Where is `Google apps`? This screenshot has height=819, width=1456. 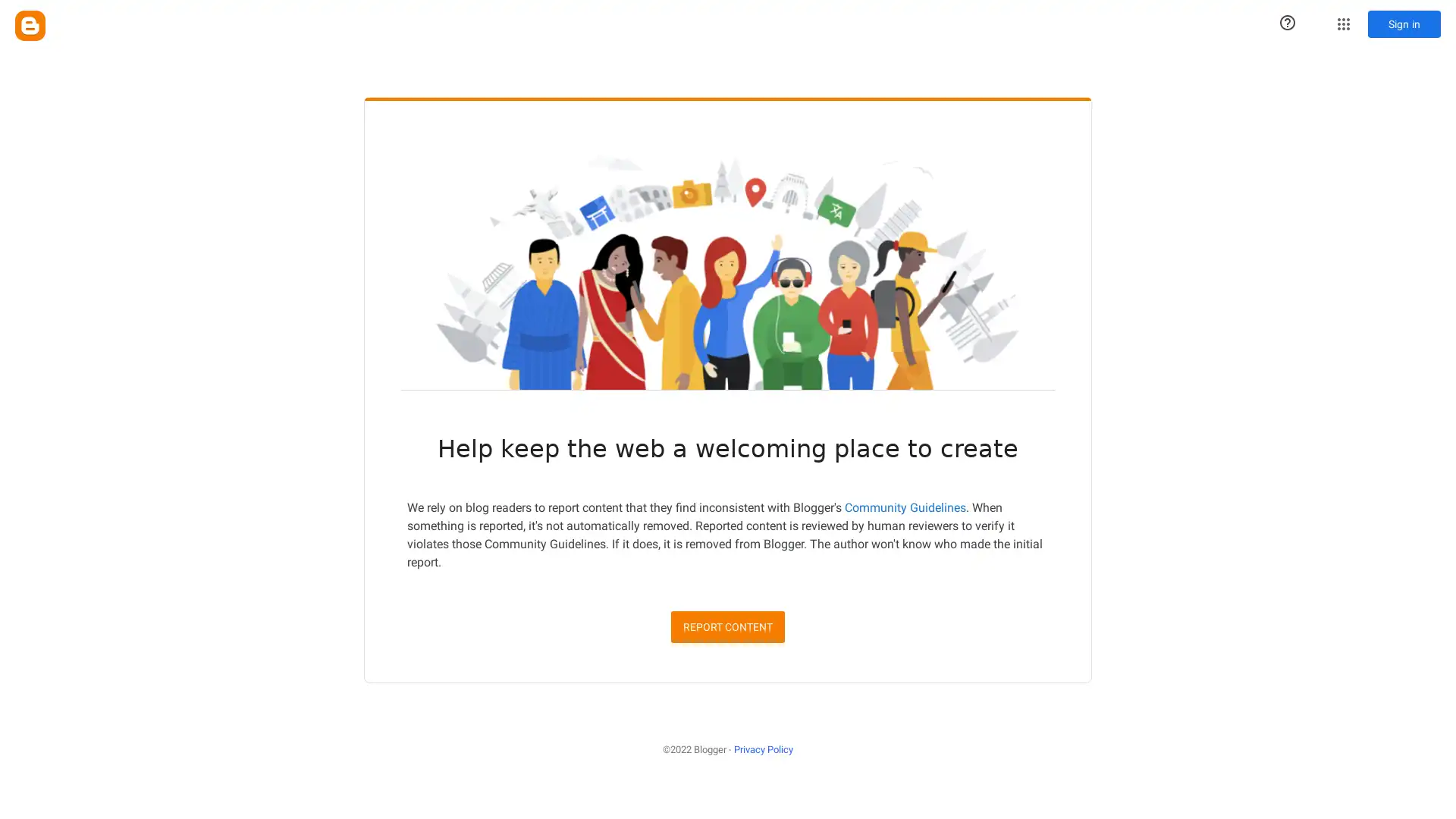 Google apps is located at coordinates (1343, 24).